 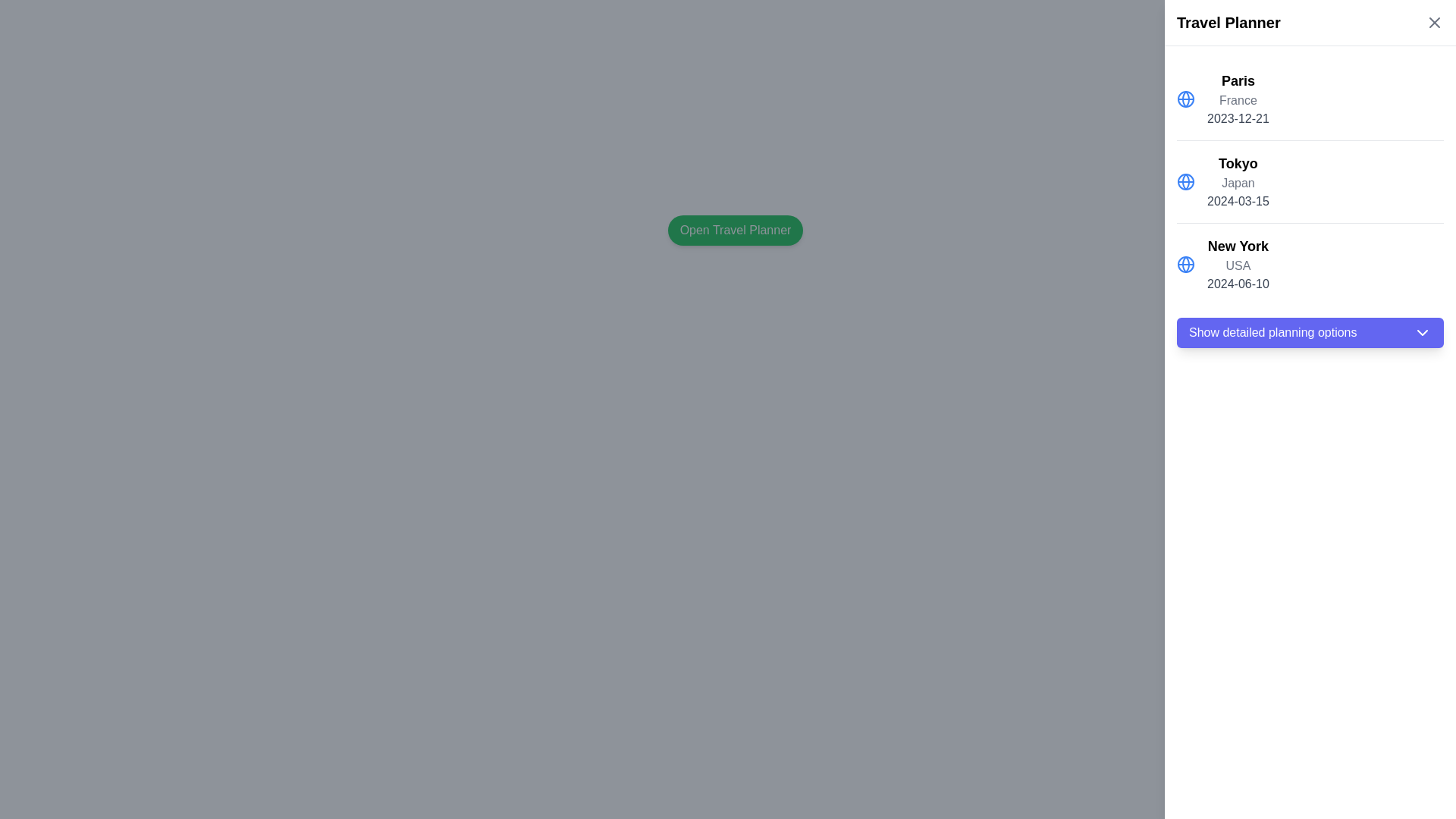 I want to click on the 'Travel Planner' label located in the upper right corner of the interface, which features bold and large black text, so click(x=1228, y=23).